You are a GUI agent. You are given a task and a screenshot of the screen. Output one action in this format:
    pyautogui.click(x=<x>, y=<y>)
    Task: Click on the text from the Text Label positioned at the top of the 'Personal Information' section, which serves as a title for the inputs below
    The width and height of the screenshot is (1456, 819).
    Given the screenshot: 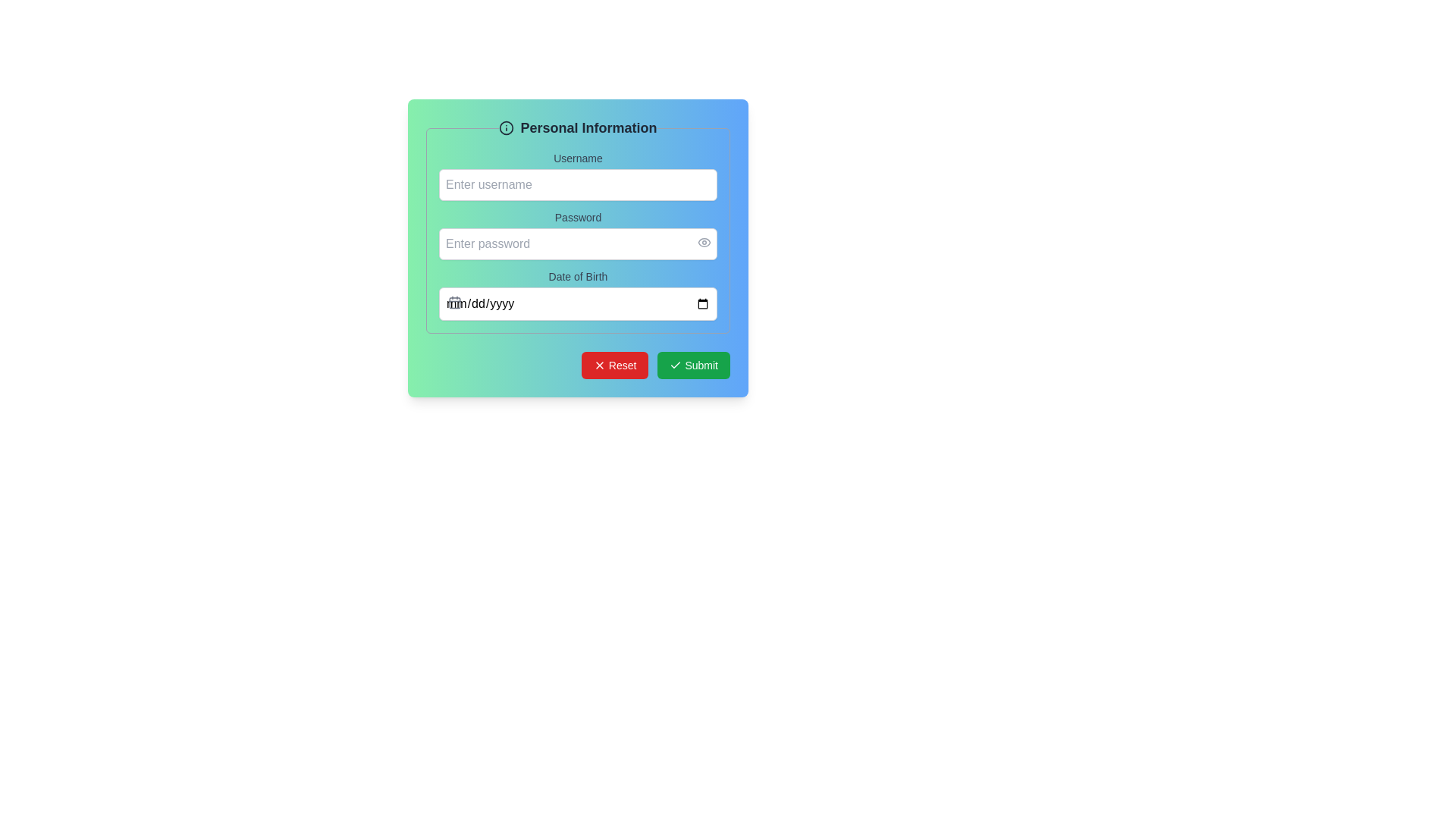 What is the action you would take?
    pyautogui.click(x=577, y=127)
    